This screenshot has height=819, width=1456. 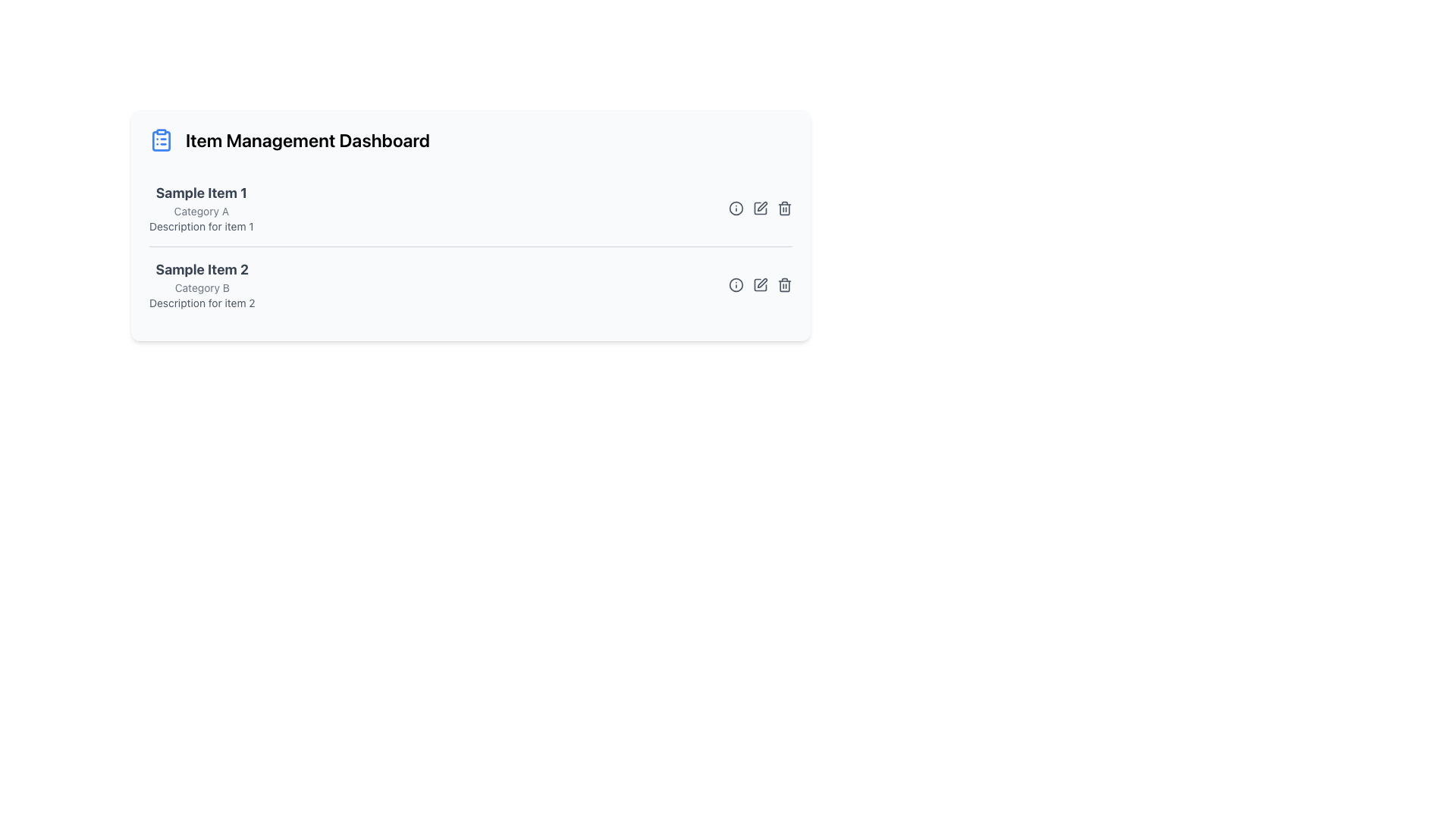 What do you see at coordinates (201, 303) in the screenshot?
I see `the static text label displaying 'Description for item 2', which is located below 'Category B' in the 'Sample Item 2' section` at bounding box center [201, 303].